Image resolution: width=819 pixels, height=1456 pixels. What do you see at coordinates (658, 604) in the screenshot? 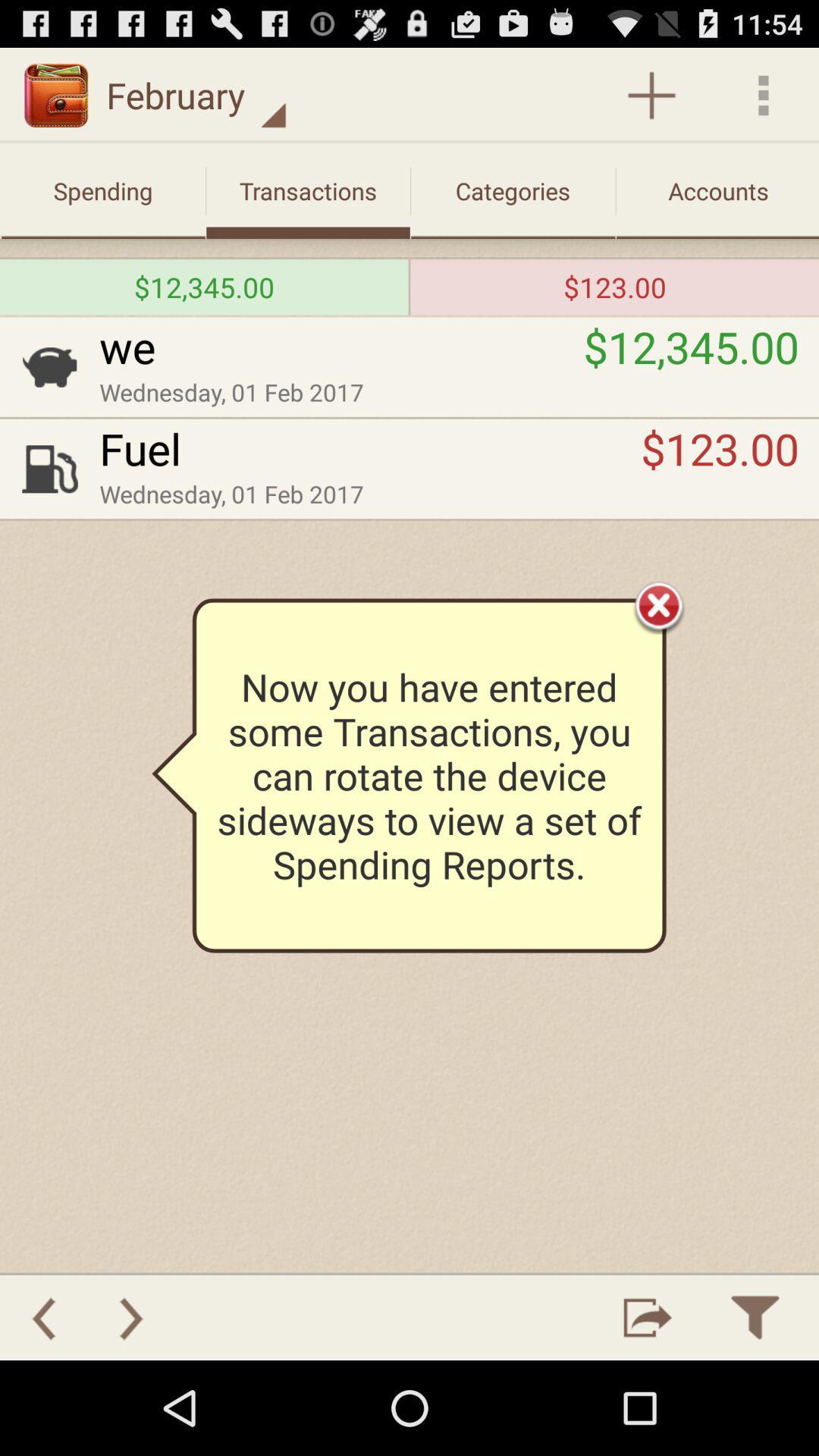
I see `app below the $123.00 icon` at bounding box center [658, 604].